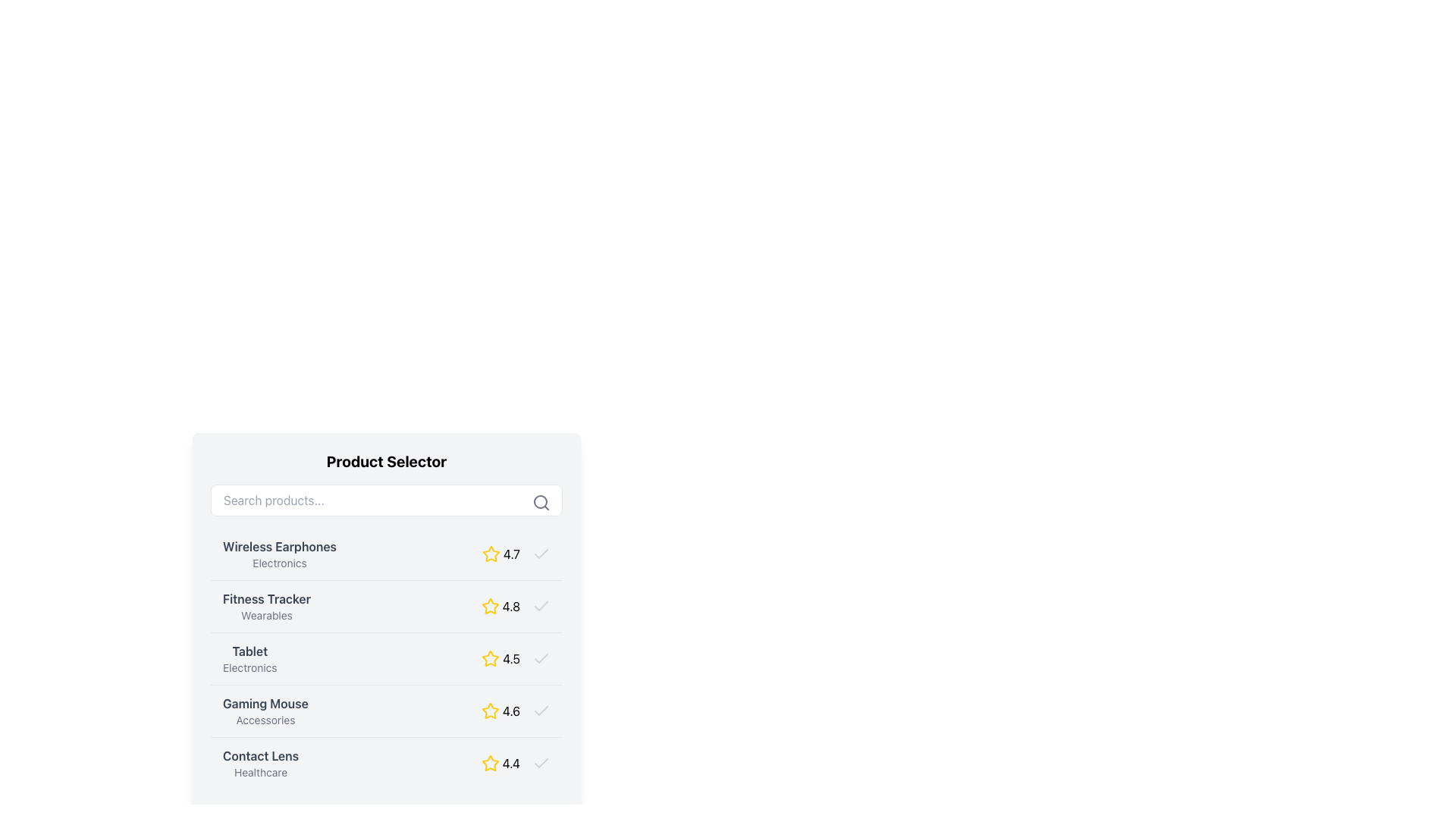 The width and height of the screenshot is (1456, 819). Describe the element at coordinates (280, 563) in the screenshot. I see `text label 'Electronics' which is displayed in gray below the title 'Wireless Earphones'` at that location.